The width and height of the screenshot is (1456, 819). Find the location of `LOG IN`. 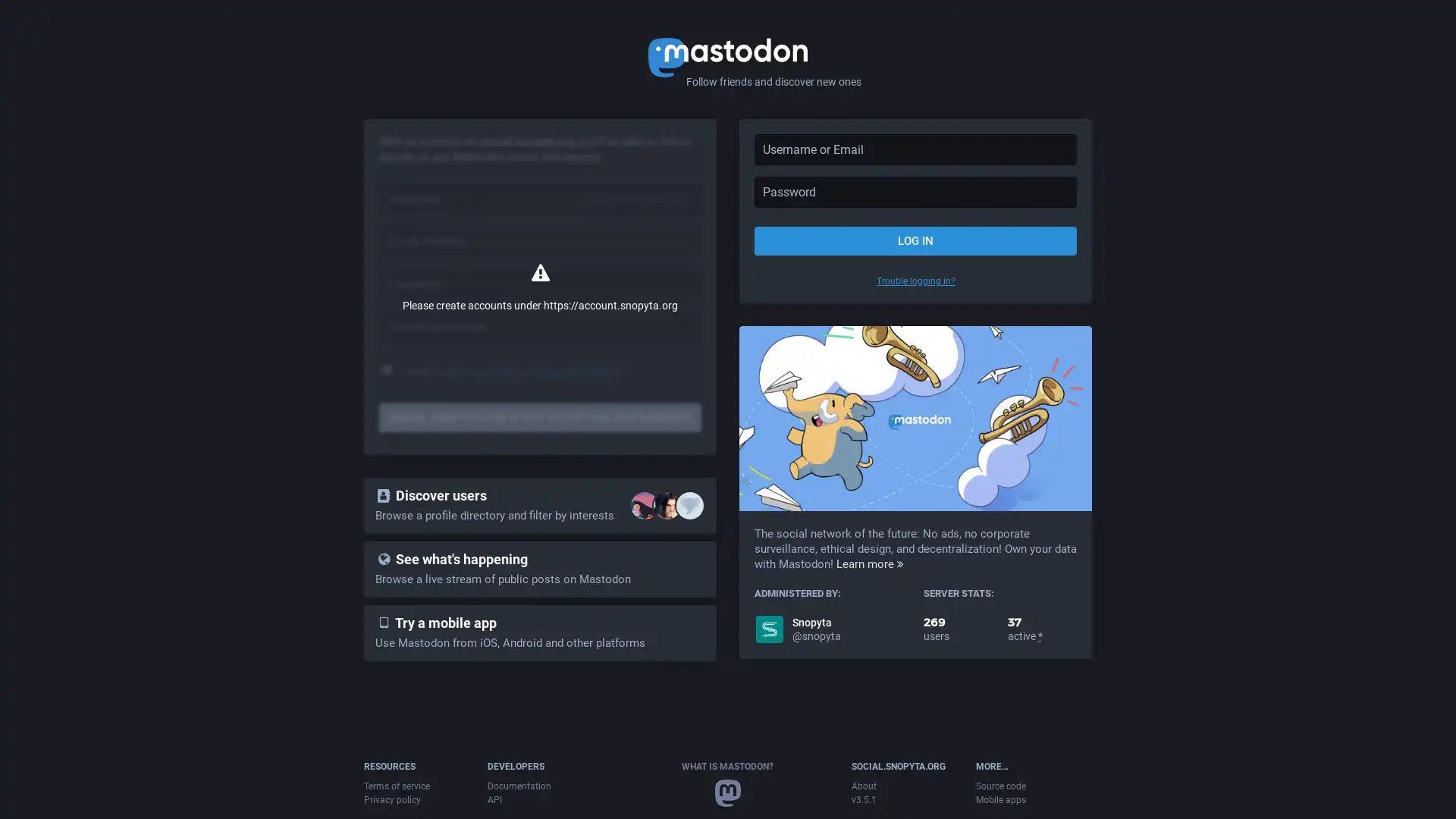

LOG IN is located at coordinates (915, 240).